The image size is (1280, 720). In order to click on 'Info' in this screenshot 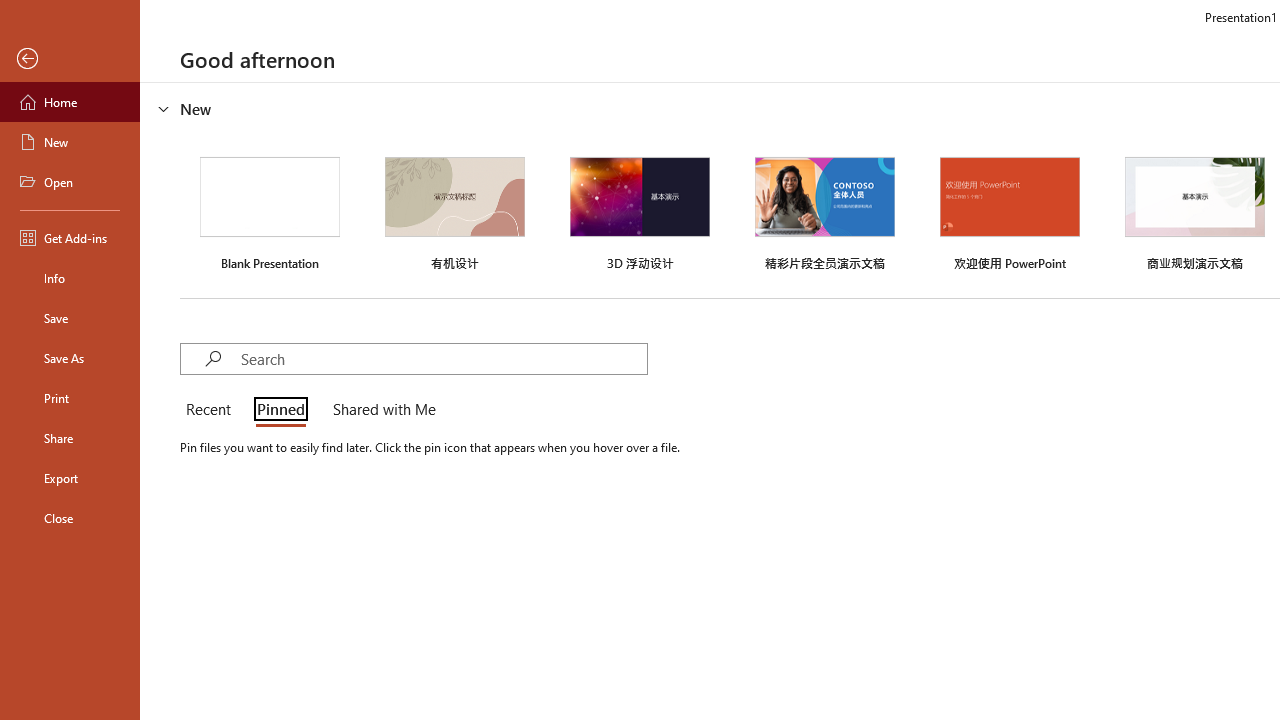, I will do `click(69, 277)`.